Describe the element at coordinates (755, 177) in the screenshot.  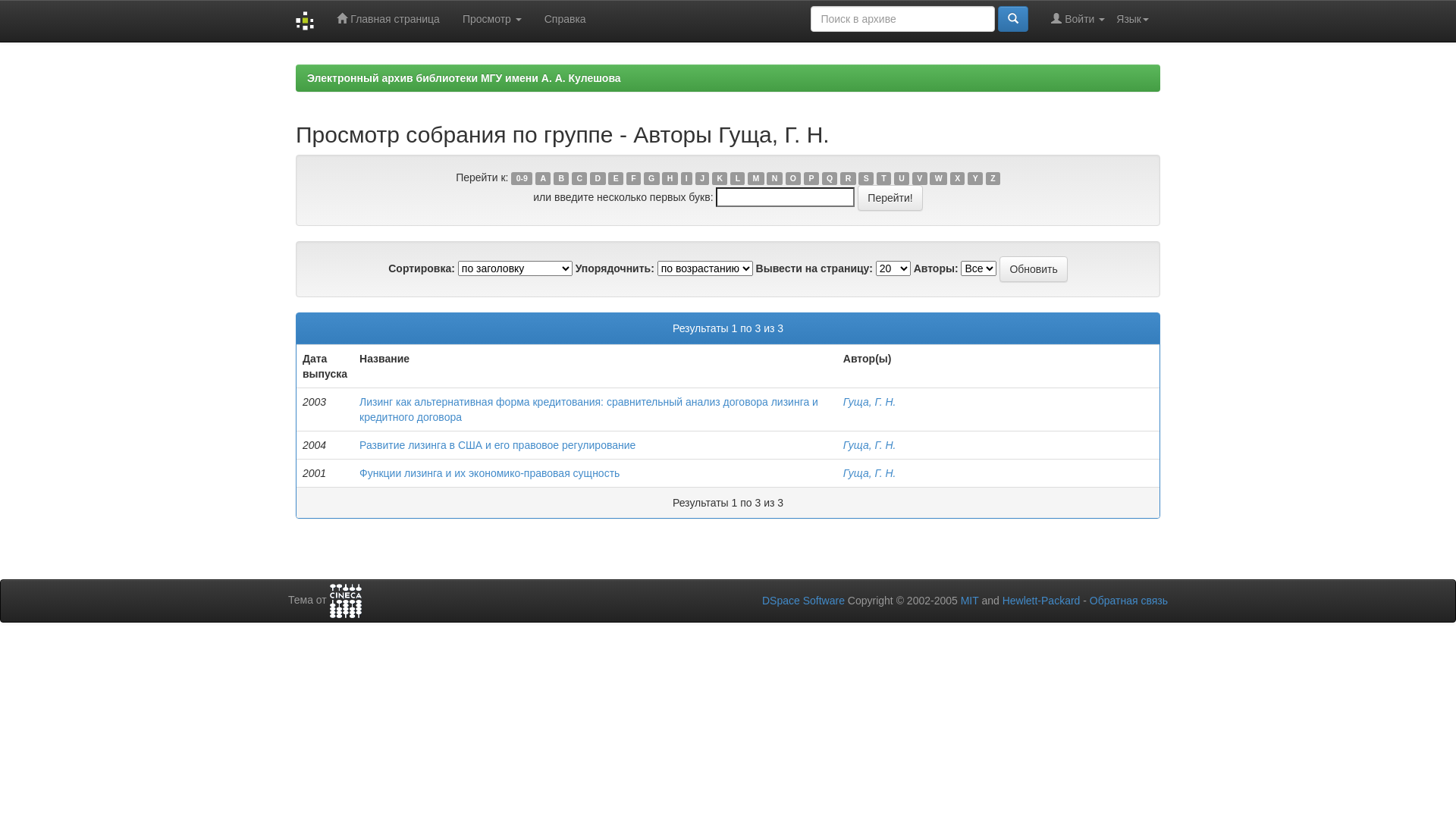
I see `'M'` at that location.